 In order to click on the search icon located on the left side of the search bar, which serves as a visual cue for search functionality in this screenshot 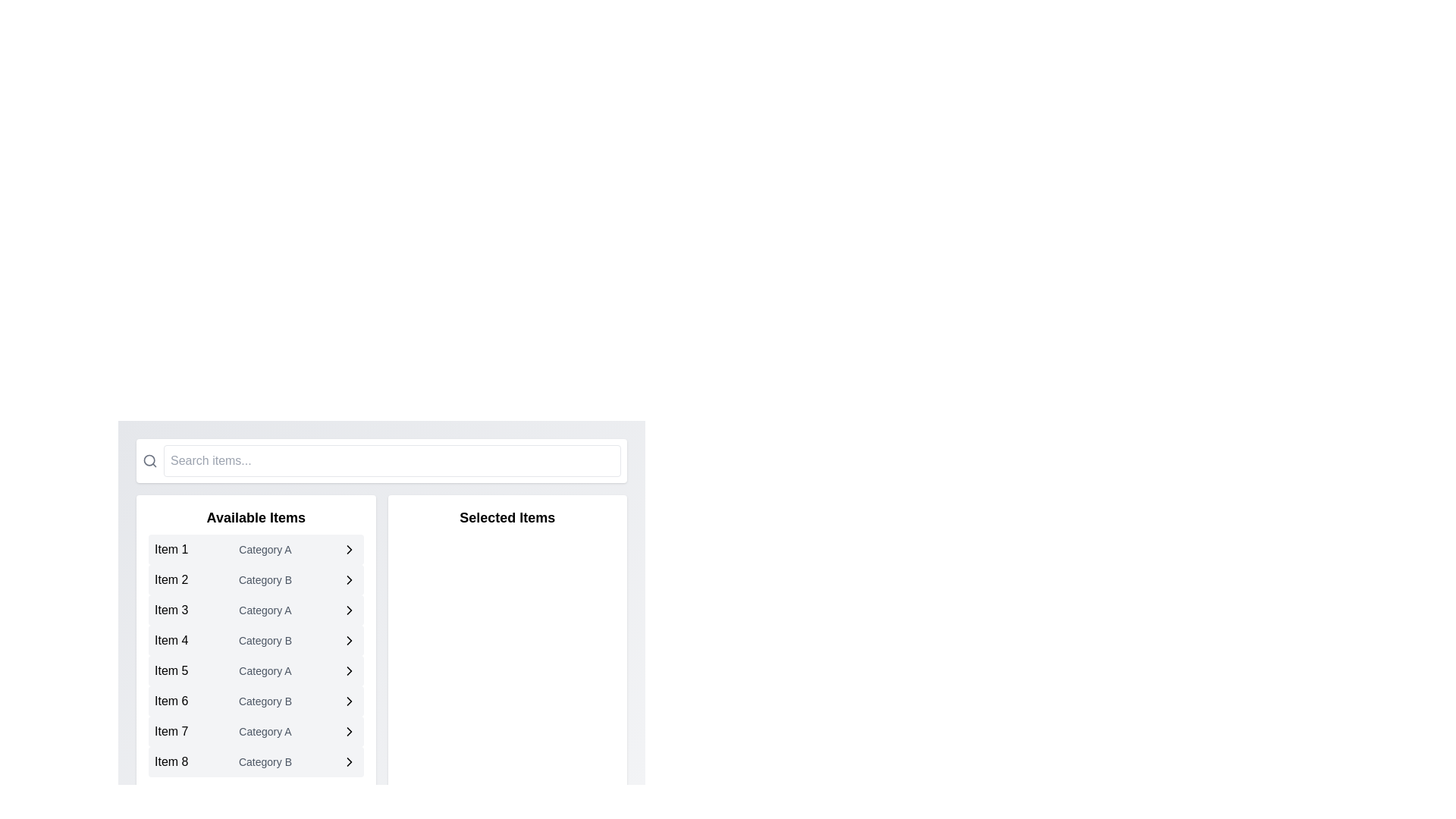, I will do `click(149, 460)`.